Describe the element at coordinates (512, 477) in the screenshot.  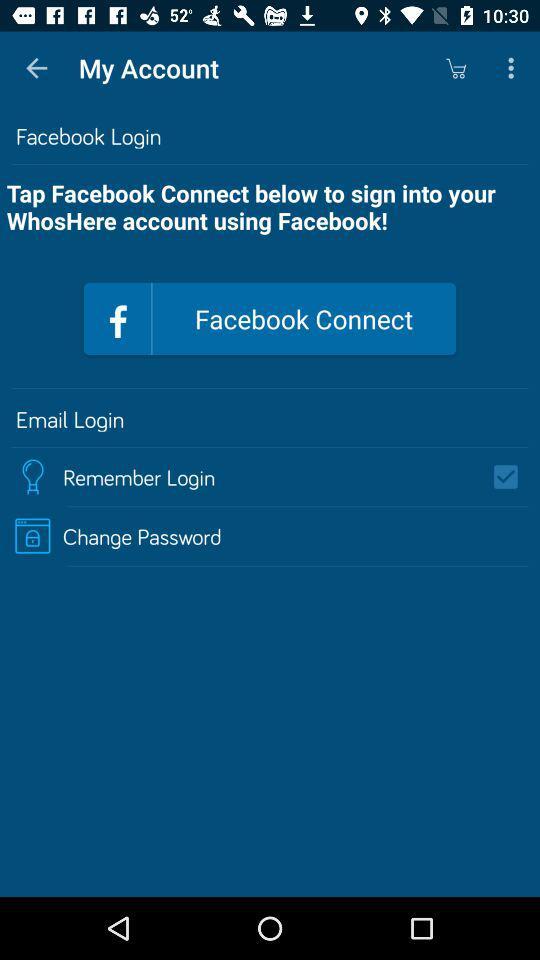
I see `login info` at that location.